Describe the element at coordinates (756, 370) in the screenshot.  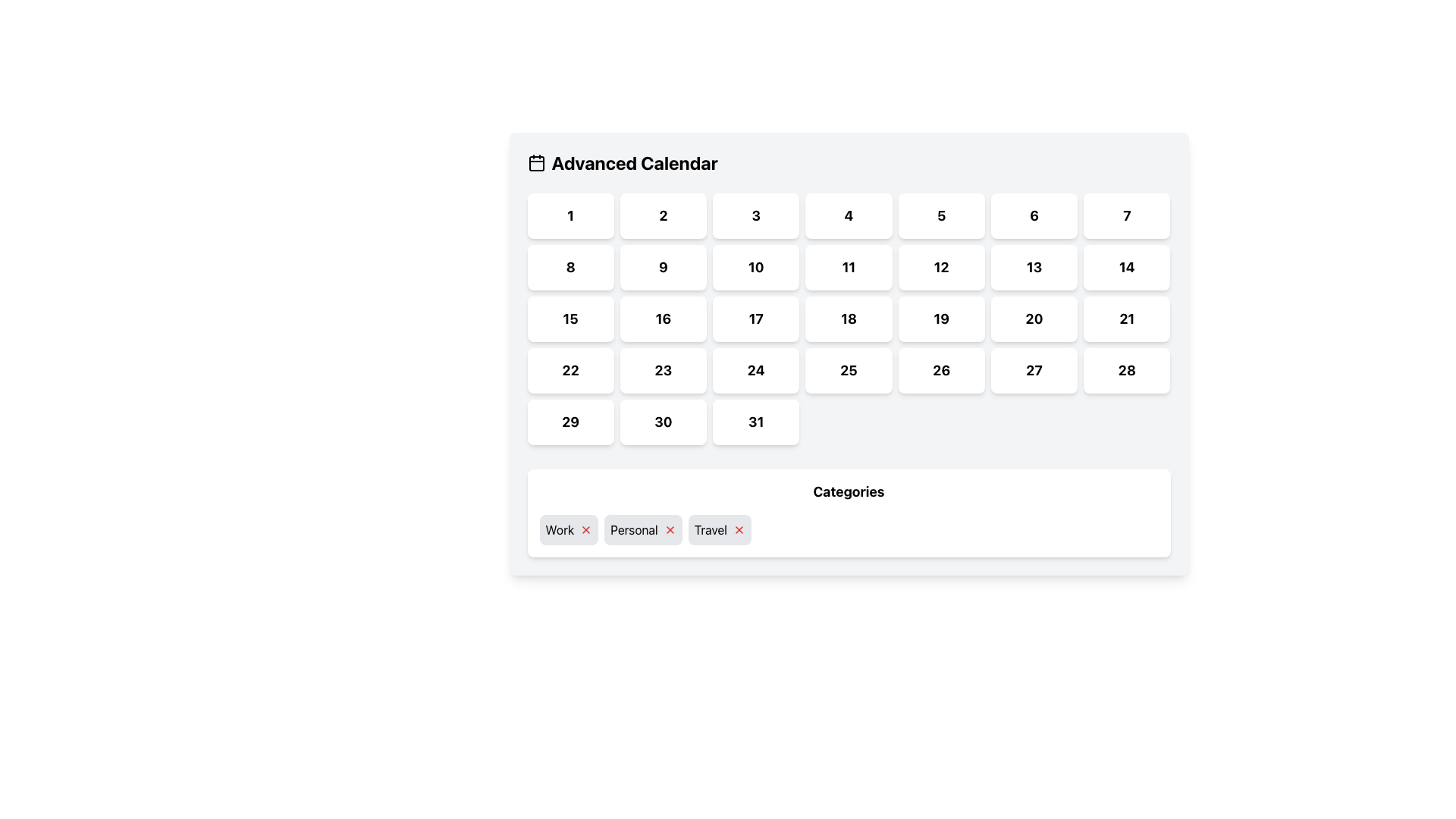
I see `date label text '24' from the calendar interface, which is located in the fourth row and fourth column of the 'Advanced Calendar' layout` at that location.